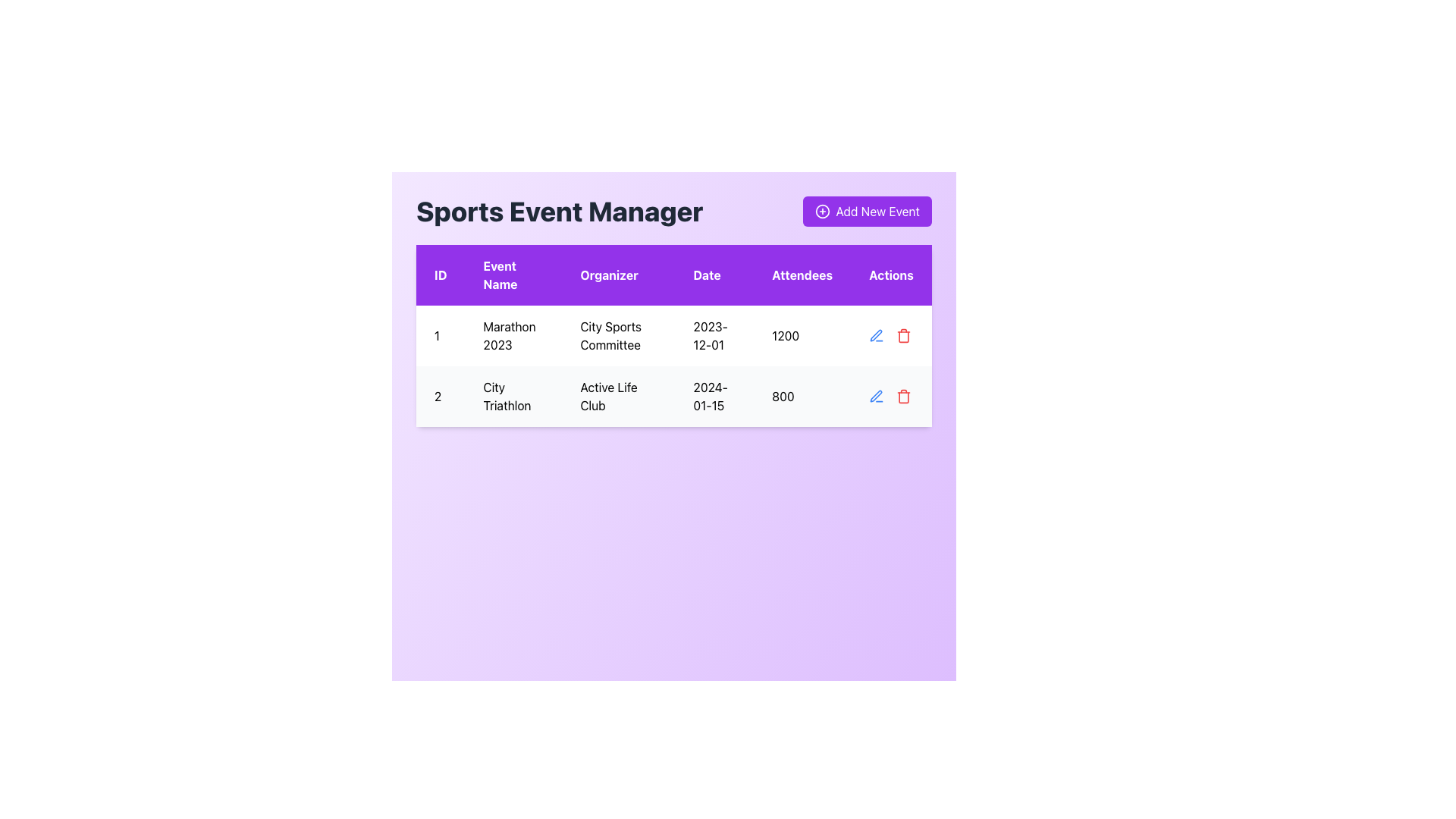 The width and height of the screenshot is (1456, 819). I want to click on text of the table header element (th) labeled 'ID' which is the first column header in a data table, so click(440, 275).